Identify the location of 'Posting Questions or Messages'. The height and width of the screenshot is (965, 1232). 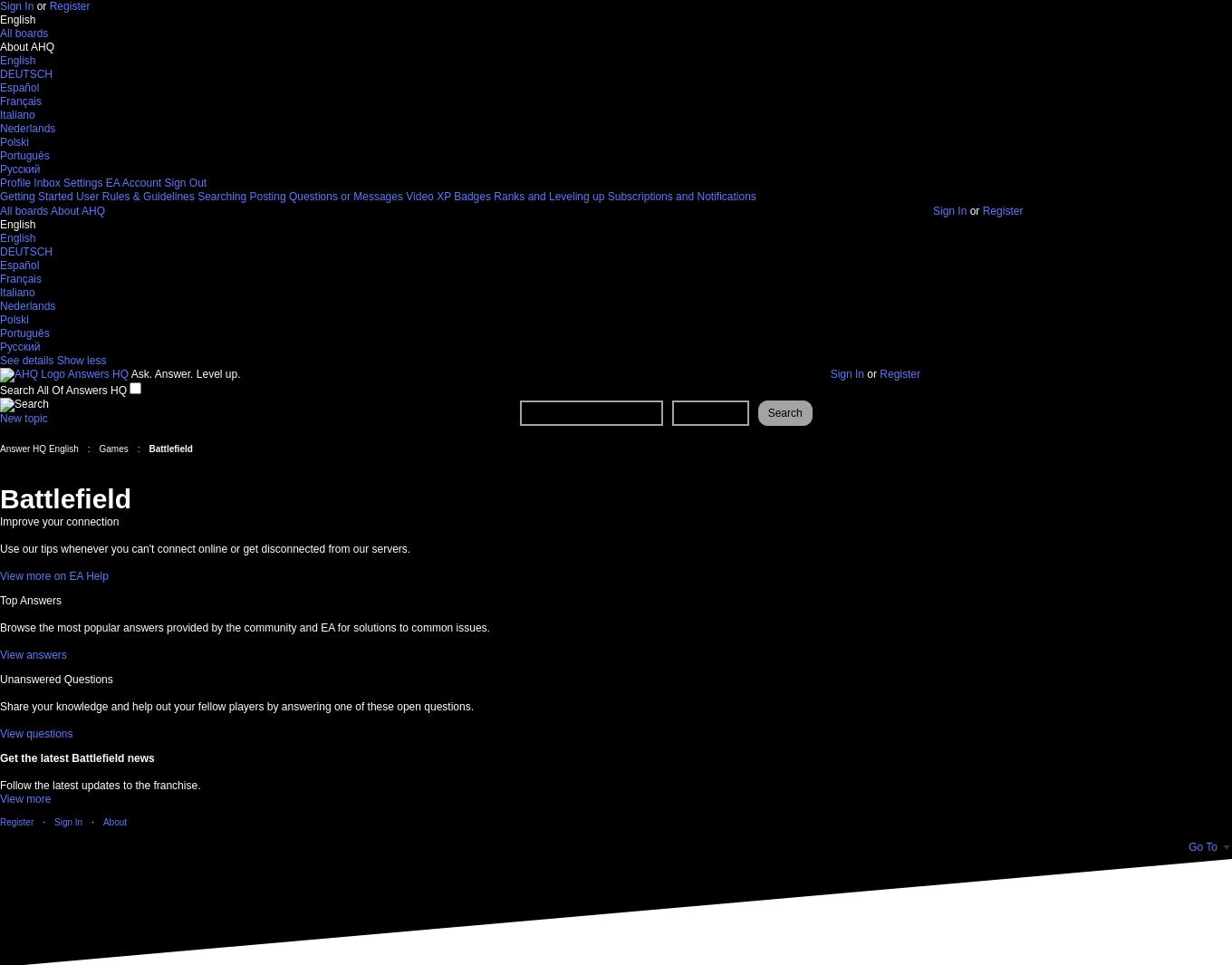
(325, 196).